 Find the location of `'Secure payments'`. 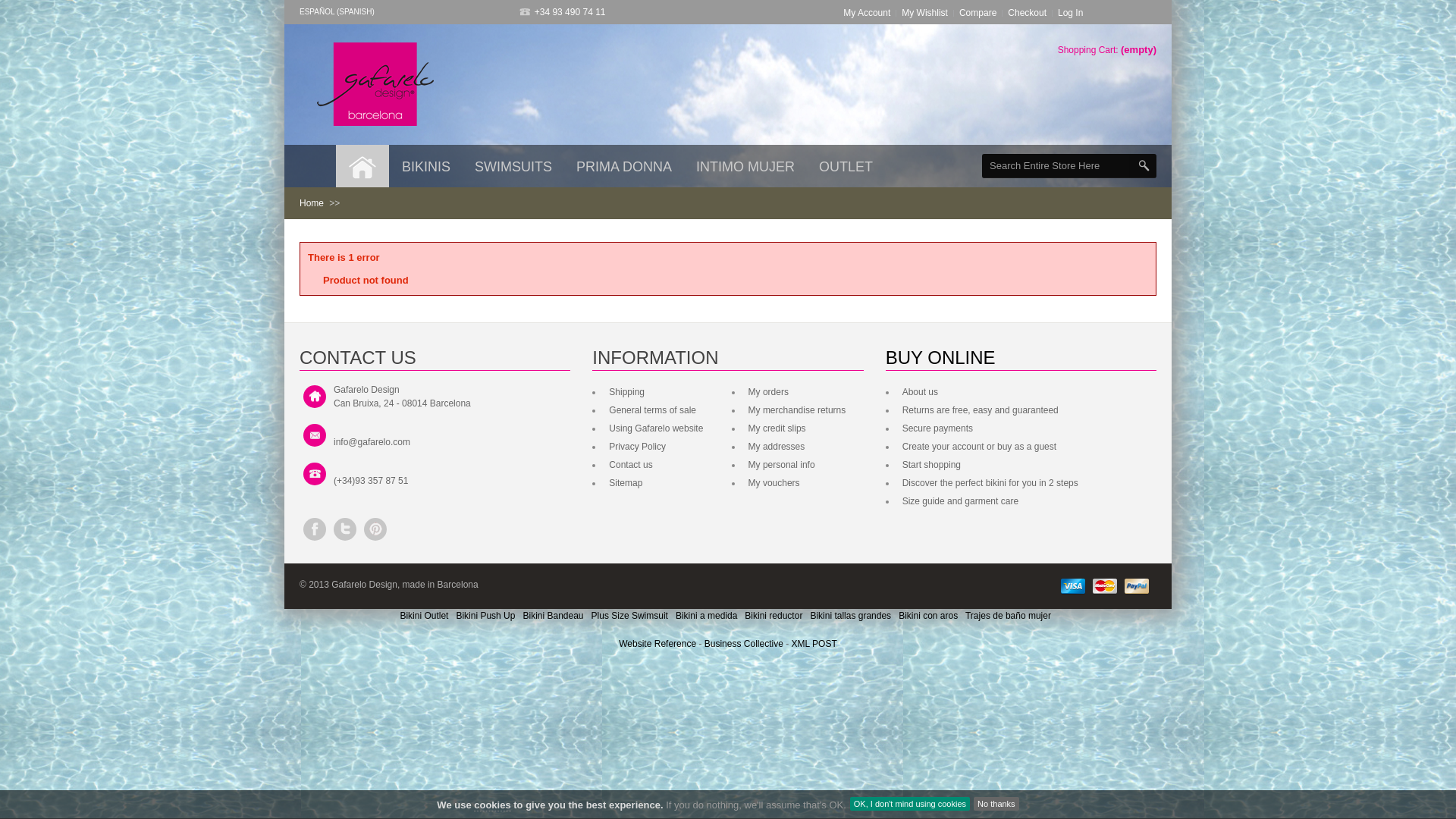

'Secure payments' is located at coordinates (899, 428).